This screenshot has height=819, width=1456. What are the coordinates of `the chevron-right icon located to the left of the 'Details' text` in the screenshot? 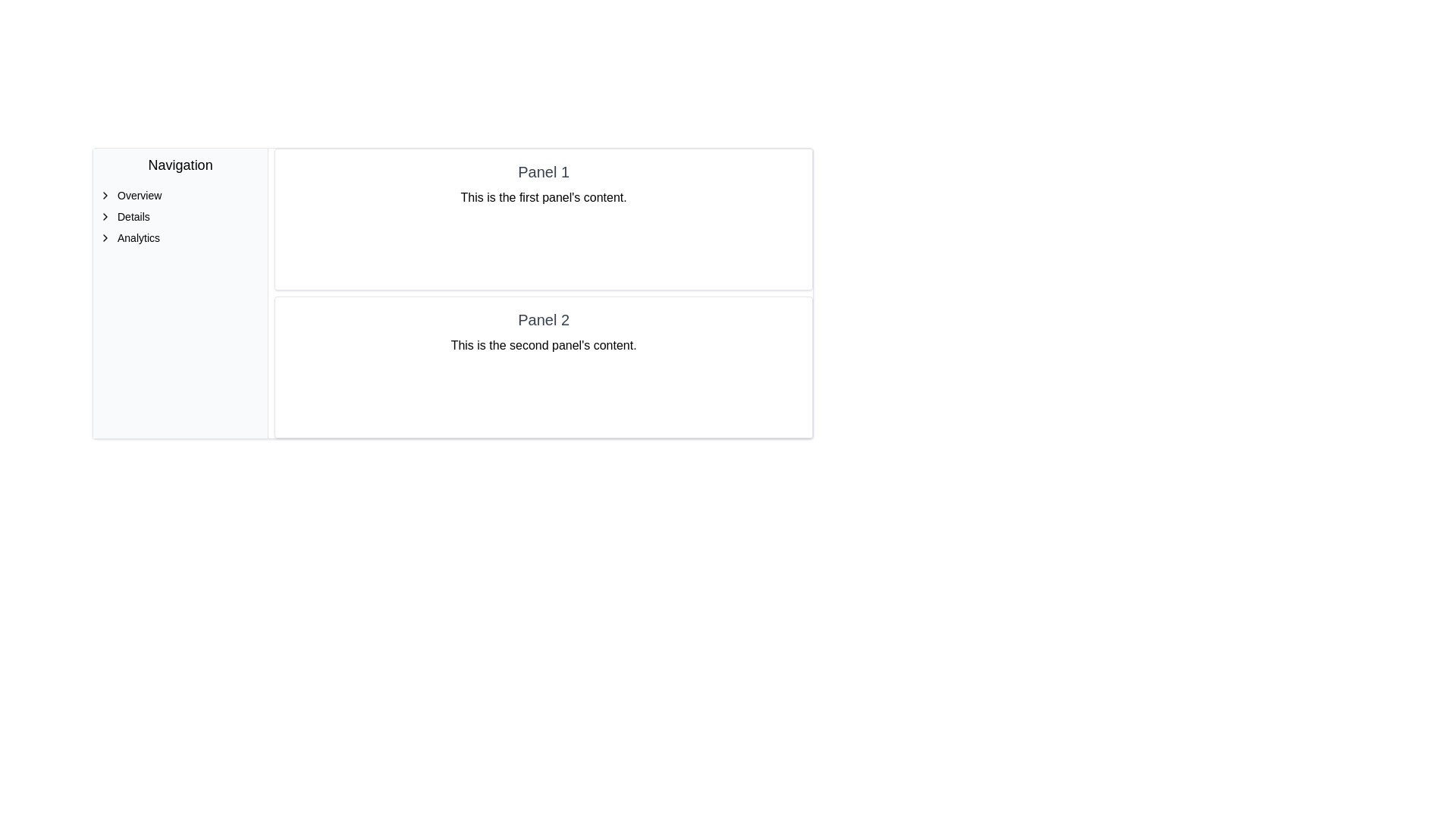 It's located at (105, 216).